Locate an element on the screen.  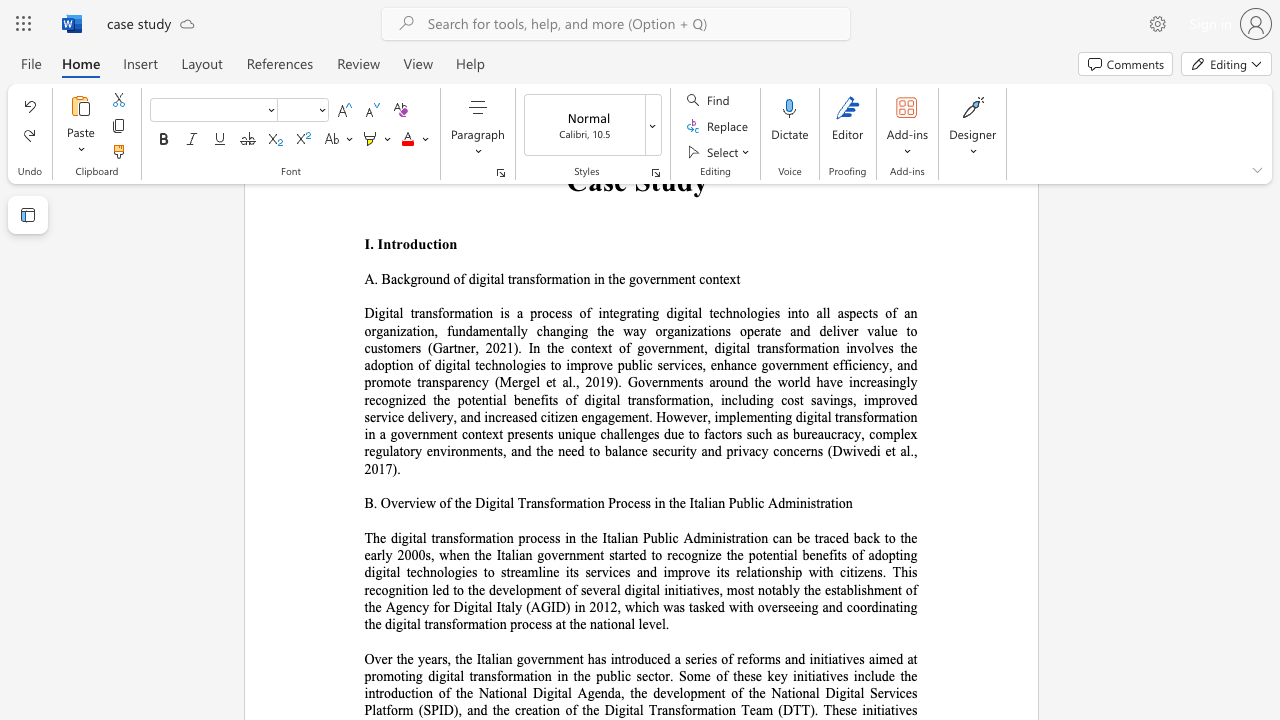
the subset text "ational leve" within the text "on process at the national level." is located at coordinates (595, 623).